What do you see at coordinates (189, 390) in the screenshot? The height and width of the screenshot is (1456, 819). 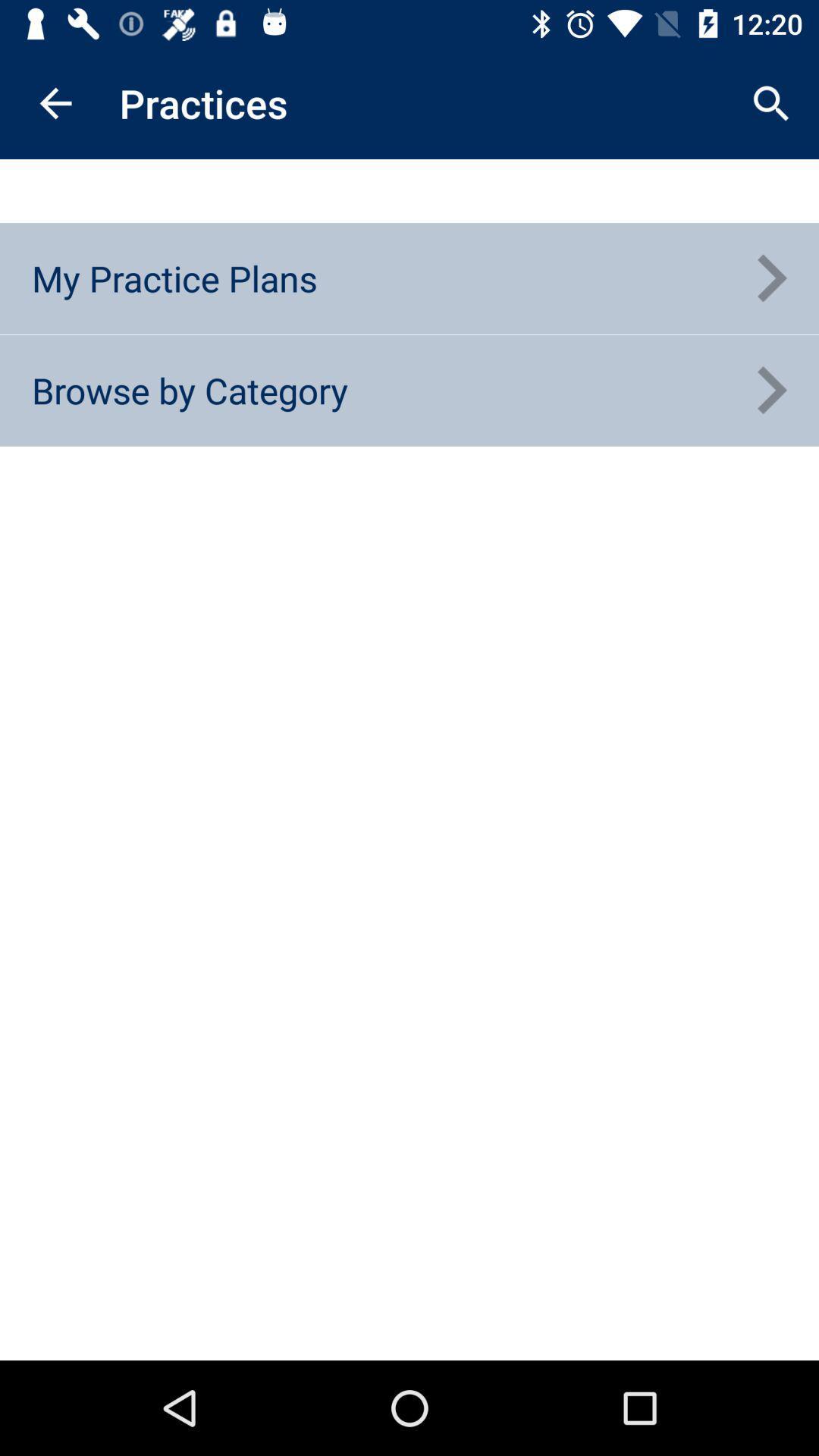 I see `browse by category item` at bounding box center [189, 390].